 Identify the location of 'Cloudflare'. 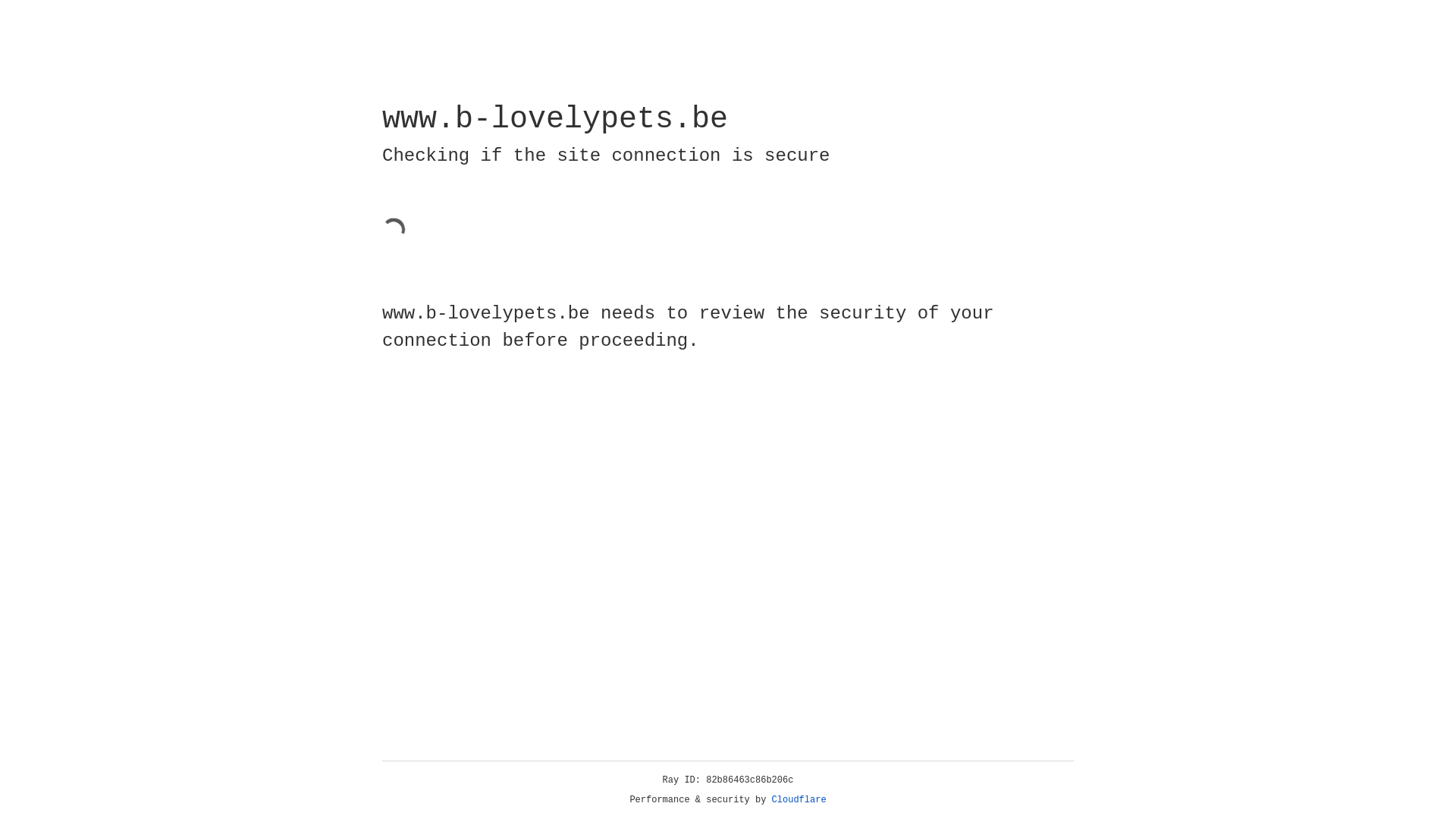
(771, 799).